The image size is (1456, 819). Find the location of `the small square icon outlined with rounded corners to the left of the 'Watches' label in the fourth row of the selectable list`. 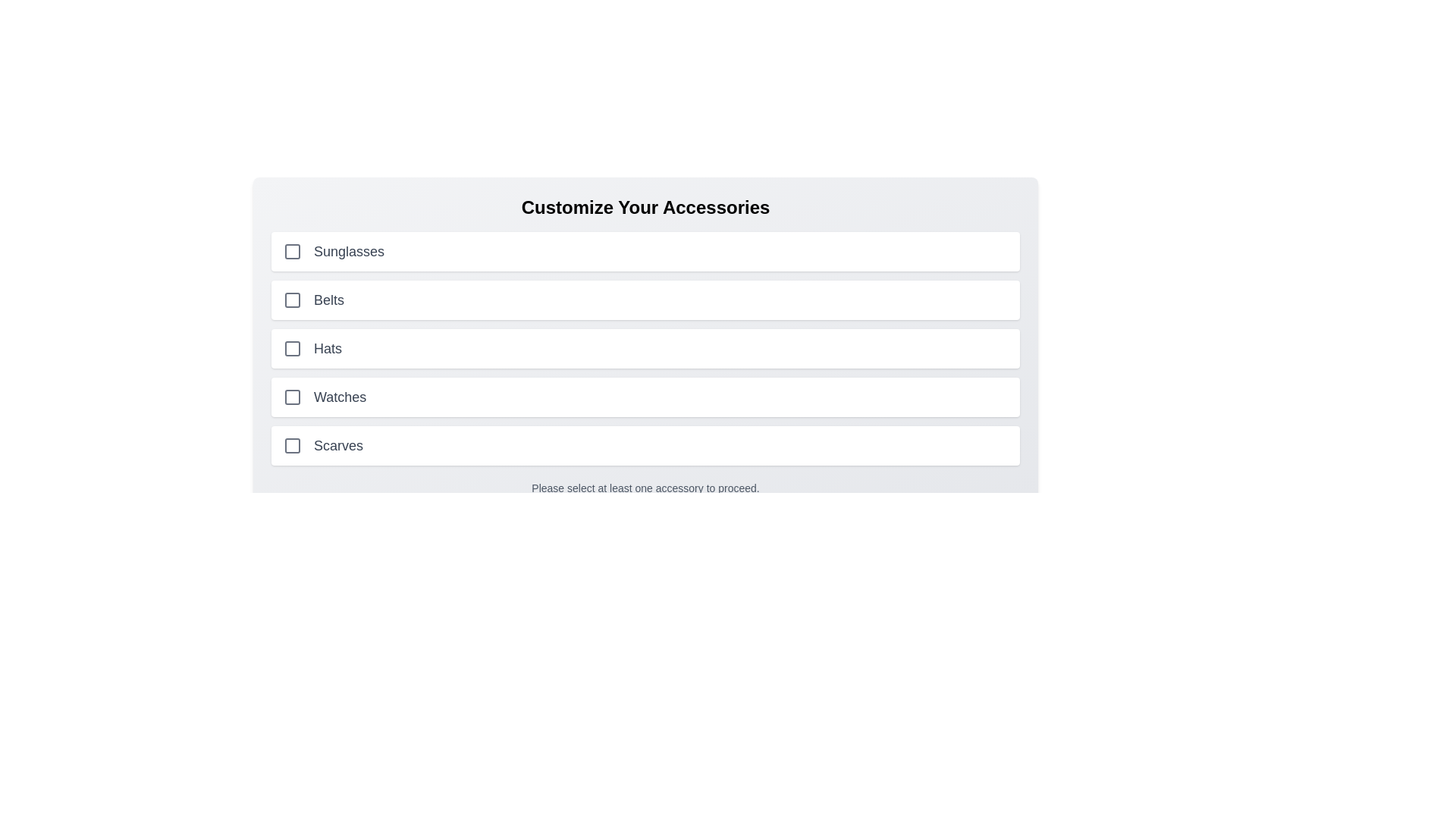

the small square icon outlined with rounded corners to the left of the 'Watches' label in the fourth row of the selectable list is located at coordinates (292, 397).